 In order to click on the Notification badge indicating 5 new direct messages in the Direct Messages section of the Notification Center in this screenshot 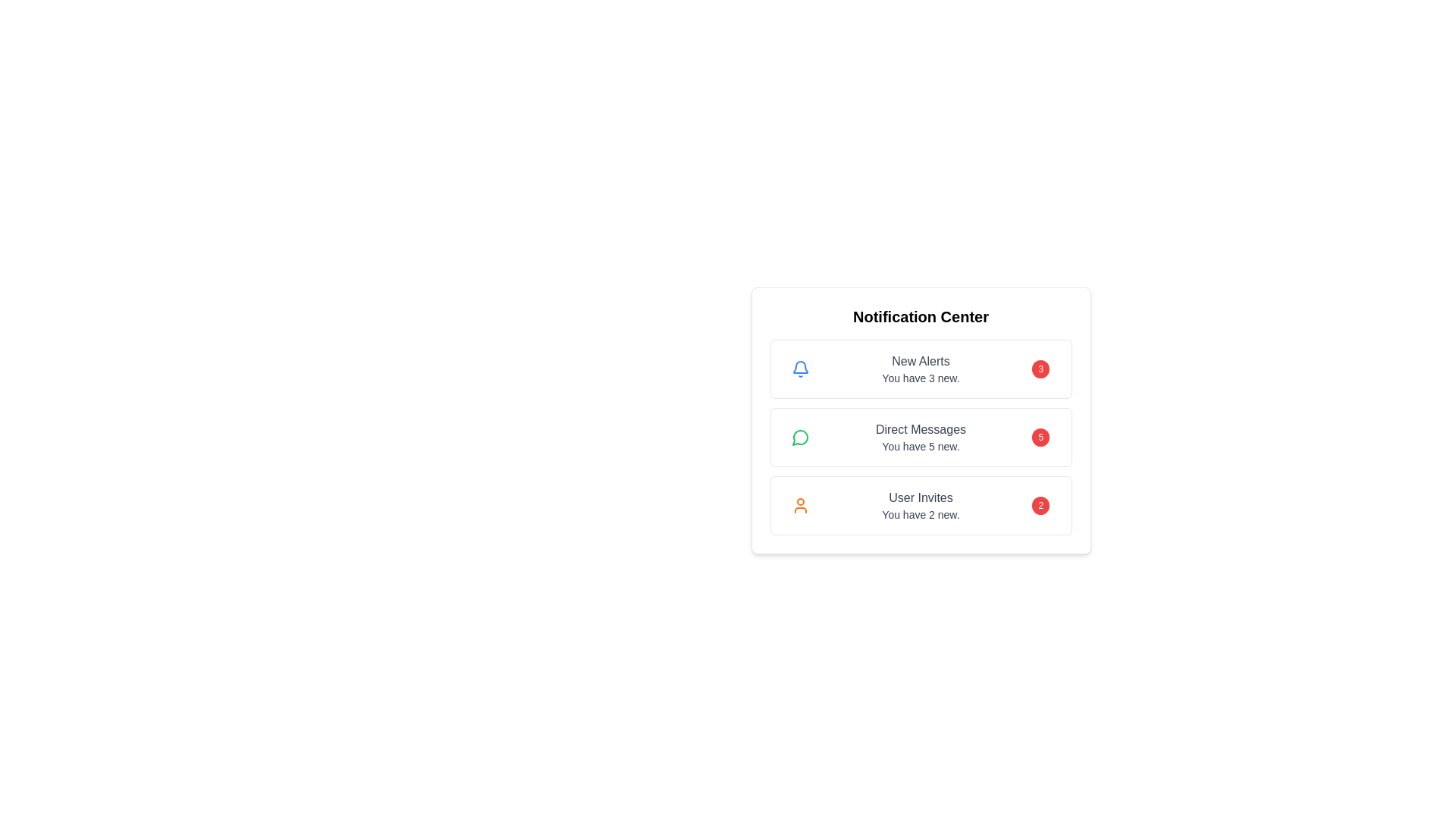, I will do `click(1040, 438)`.